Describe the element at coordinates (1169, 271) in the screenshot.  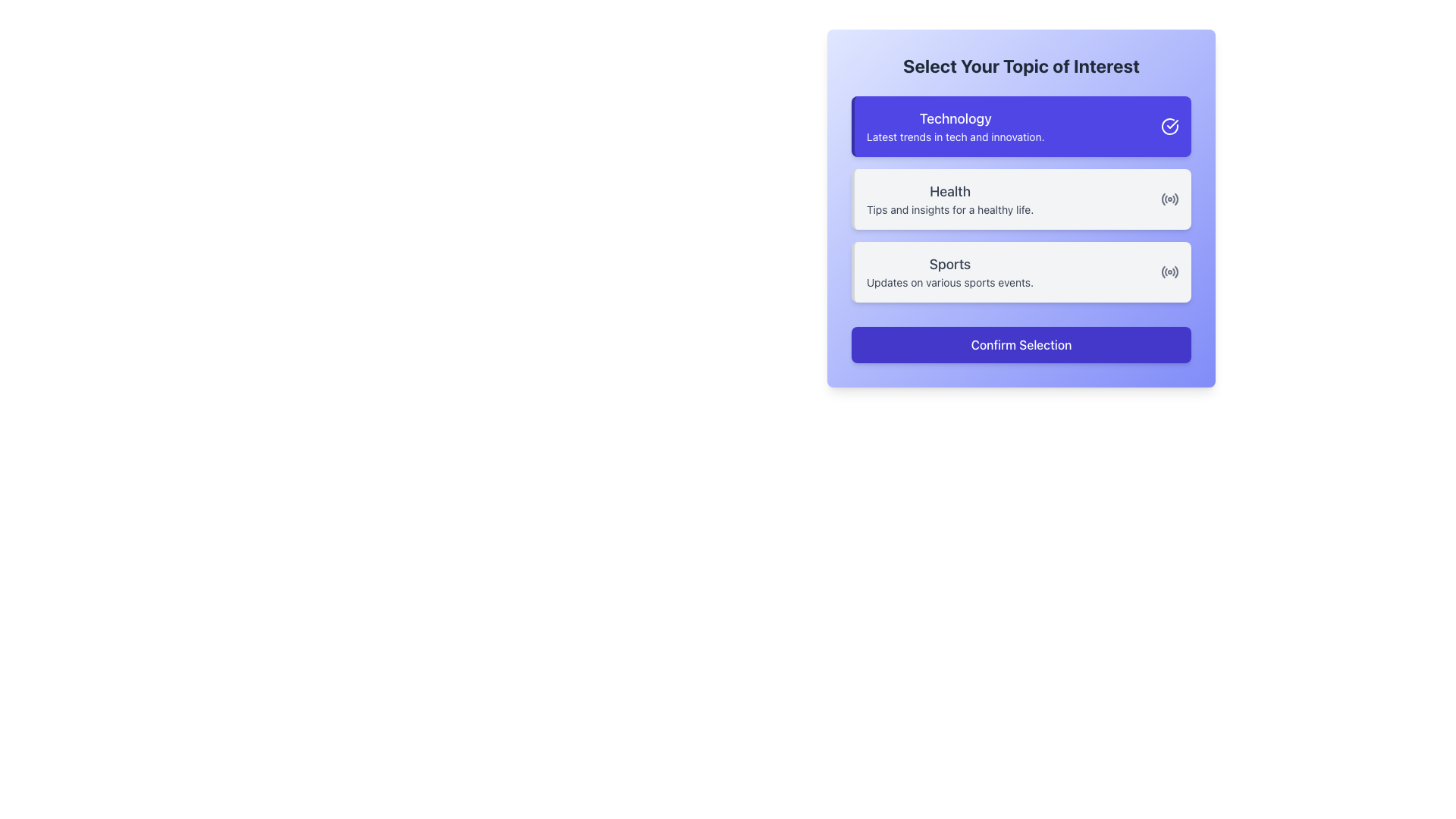
I see `the 'Sports' topic icon that visually indicates the inclusion or selection of live events, located on the right side of the interest selection panel` at that location.